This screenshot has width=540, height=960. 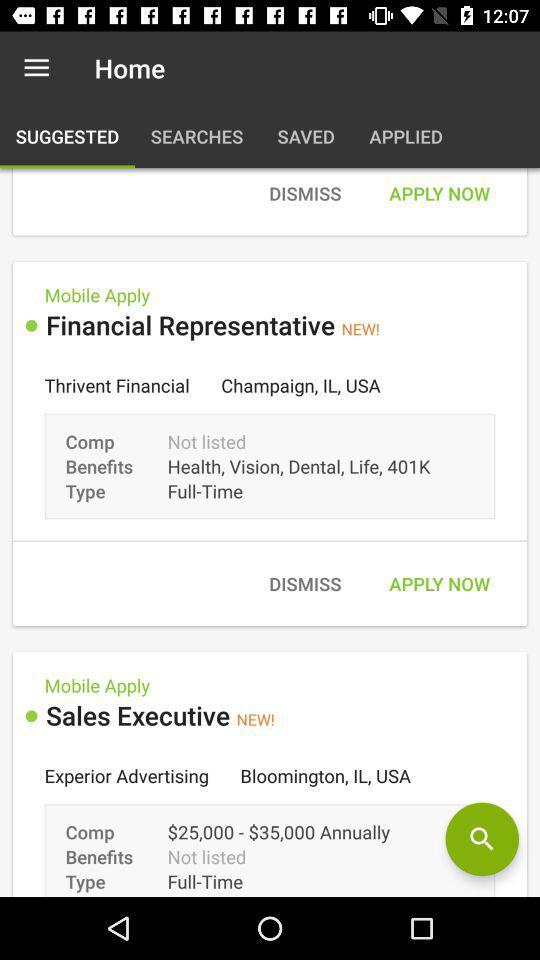 I want to click on the item above the suggested icon, so click(x=36, y=68).